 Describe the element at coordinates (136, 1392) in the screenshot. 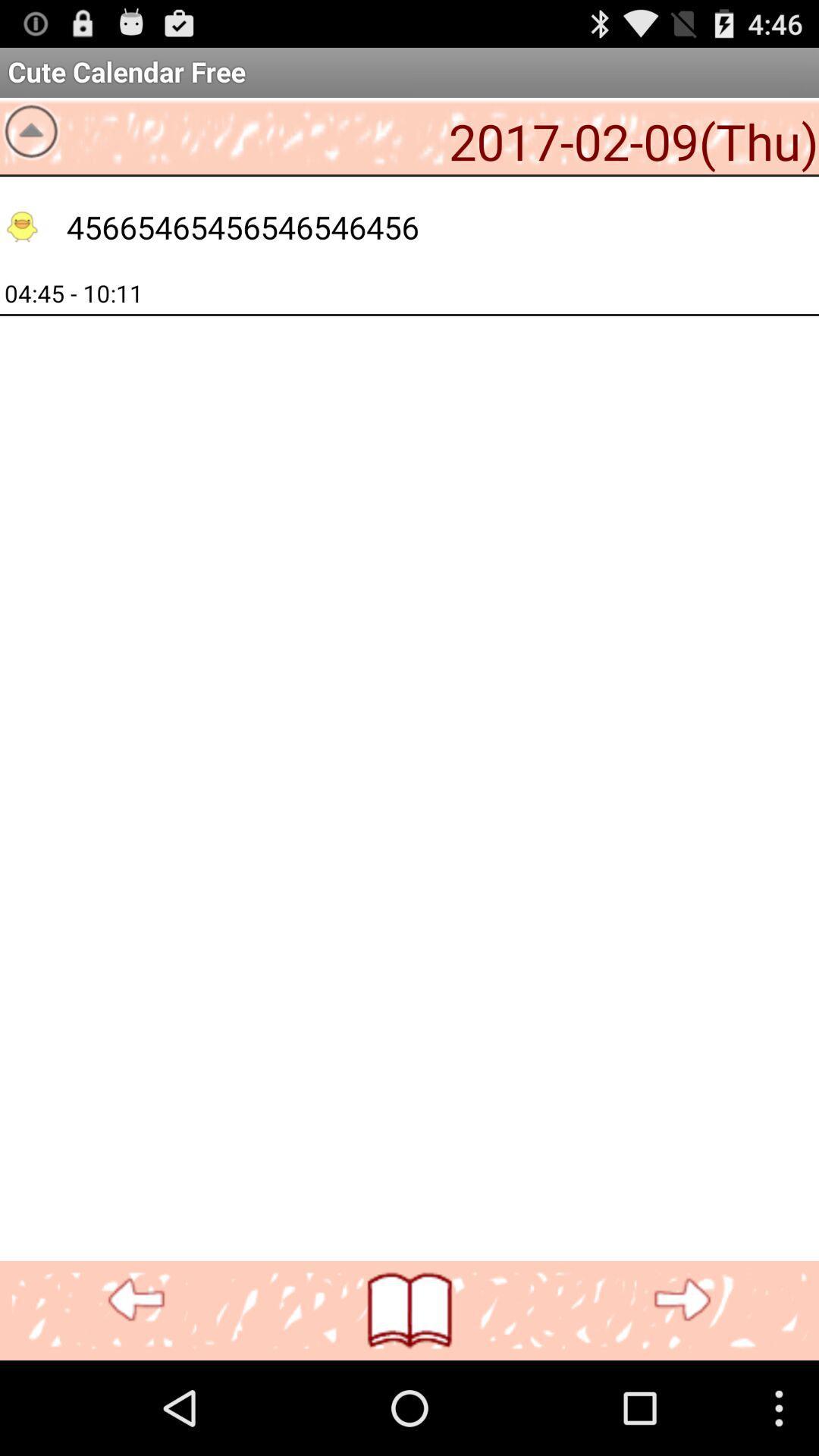

I see `the more icon` at that location.